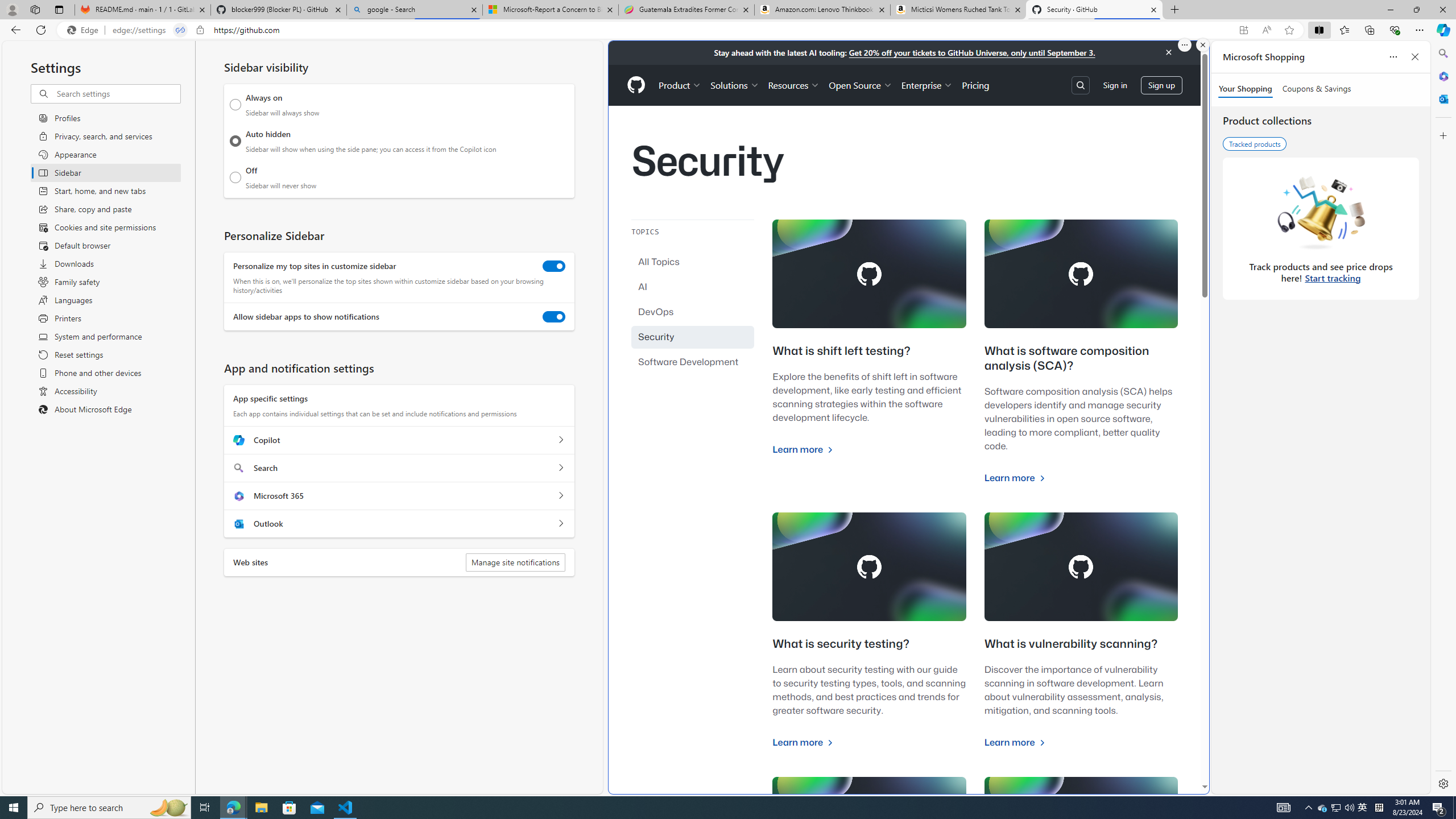 This screenshot has height=819, width=1456. What do you see at coordinates (180, 30) in the screenshot?
I see `'Tabs in split screen'` at bounding box center [180, 30].